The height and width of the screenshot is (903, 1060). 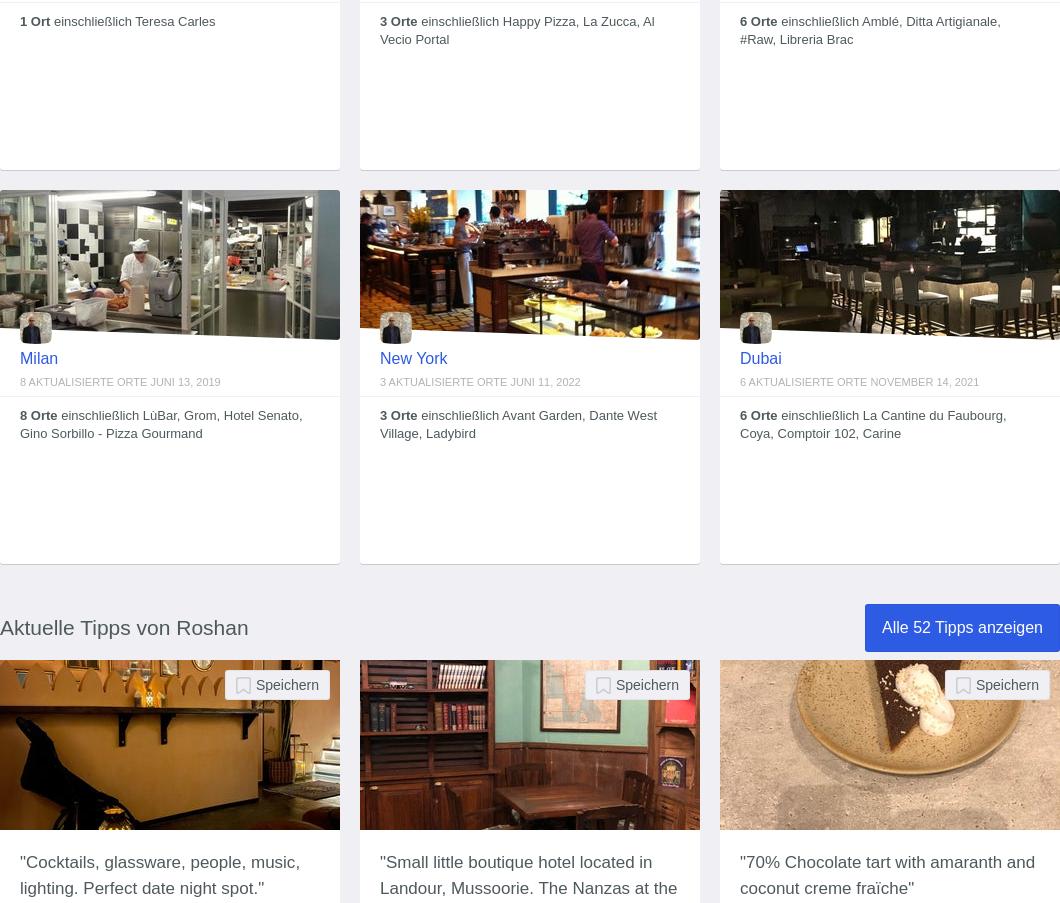 I want to click on 'einschließlich La Cantine du Faubourg, Coya, Comptoir 102, Carine', so click(x=873, y=423).